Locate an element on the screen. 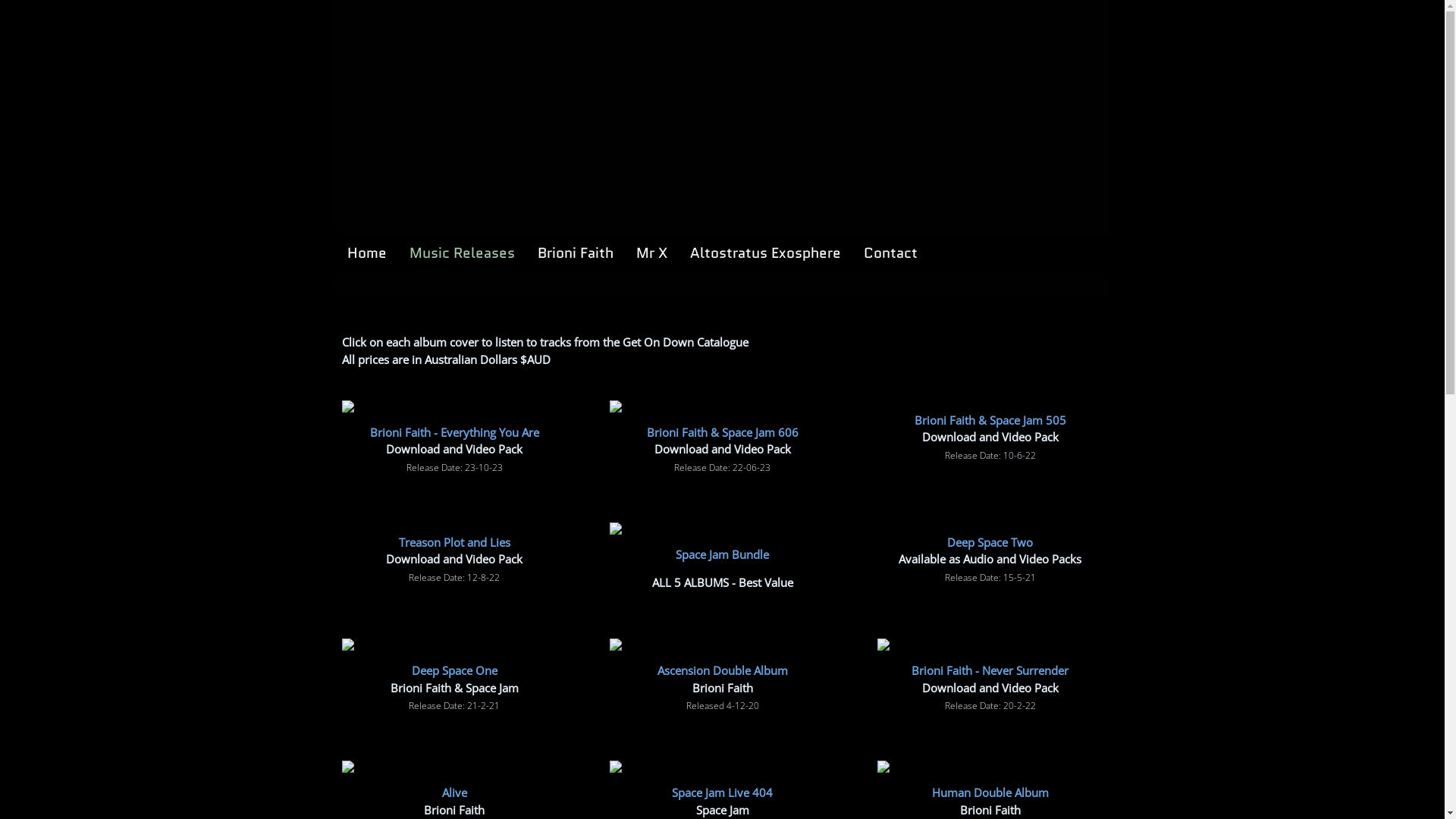 The image size is (1456, 819). 'Brioni Faith - Everything You Are' is located at coordinates (370, 432).